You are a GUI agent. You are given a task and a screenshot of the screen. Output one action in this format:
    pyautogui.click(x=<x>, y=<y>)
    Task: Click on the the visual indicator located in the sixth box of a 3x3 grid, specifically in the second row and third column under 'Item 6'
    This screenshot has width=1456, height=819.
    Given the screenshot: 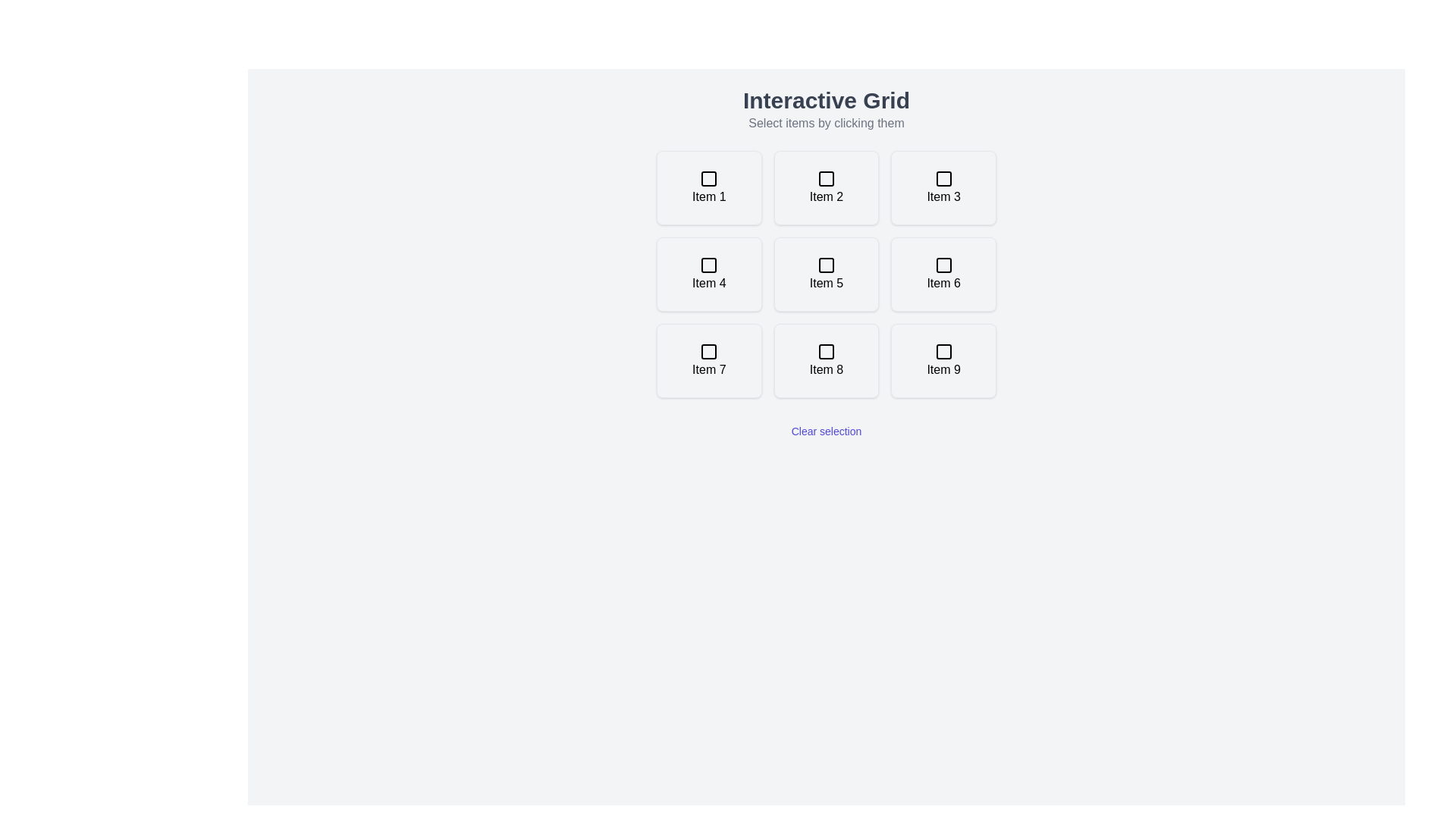 What is the action you would take?
    pyautogui.click(x=943, y=265)
    